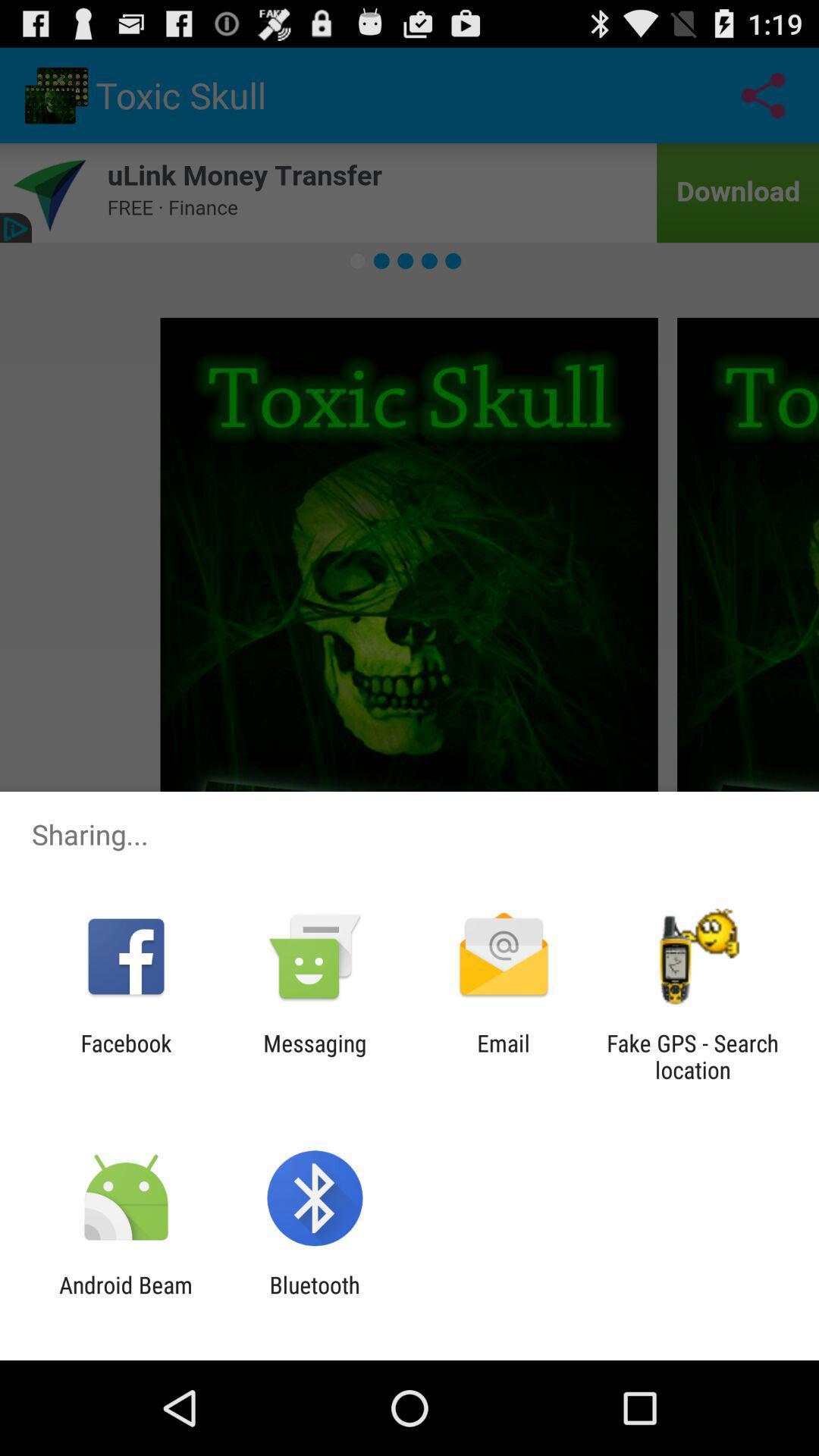  I want to click on facebook item, so click(125, 1056).